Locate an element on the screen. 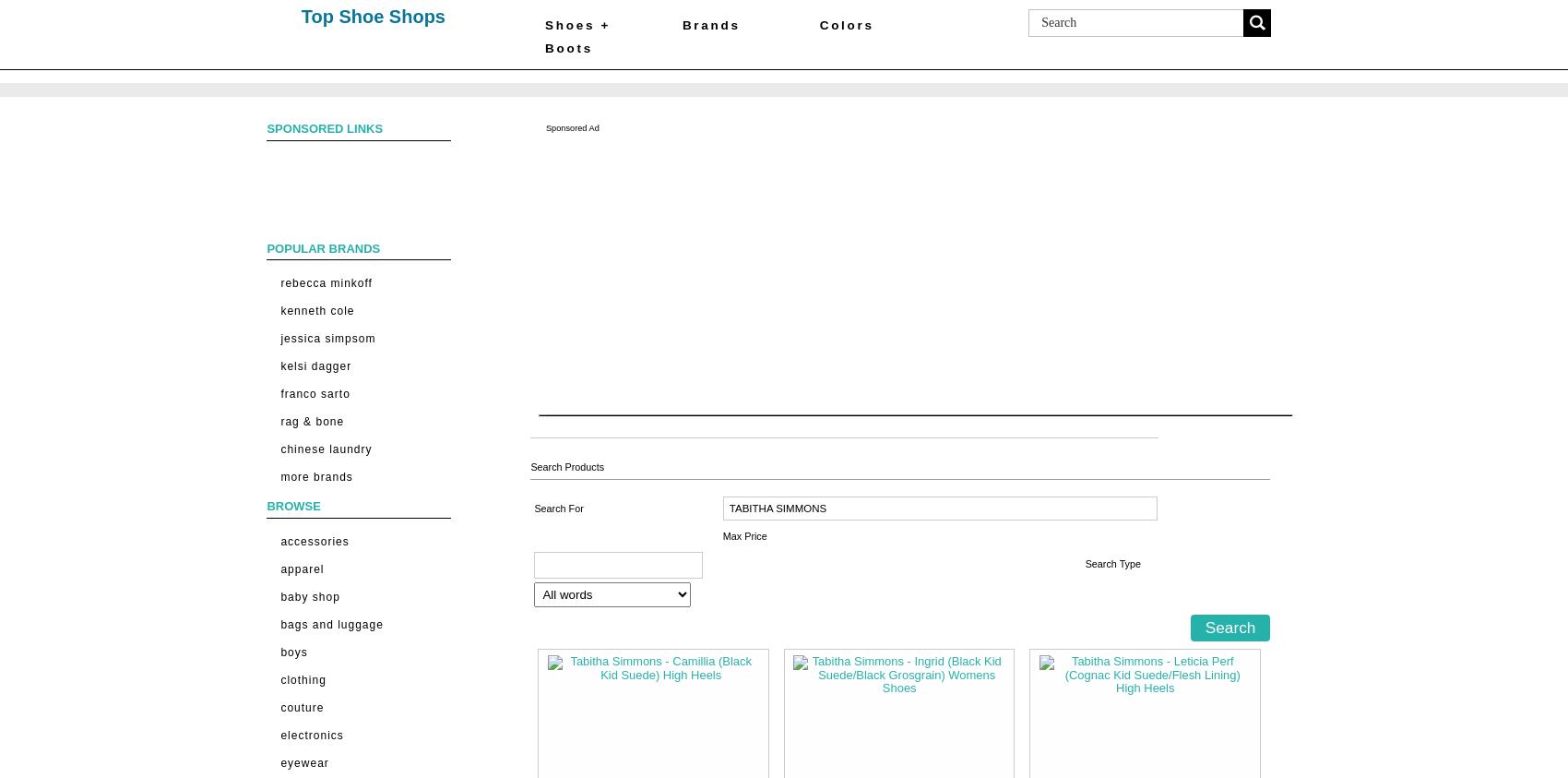  'Franco Sarto' is located at coordinates (314, 393).